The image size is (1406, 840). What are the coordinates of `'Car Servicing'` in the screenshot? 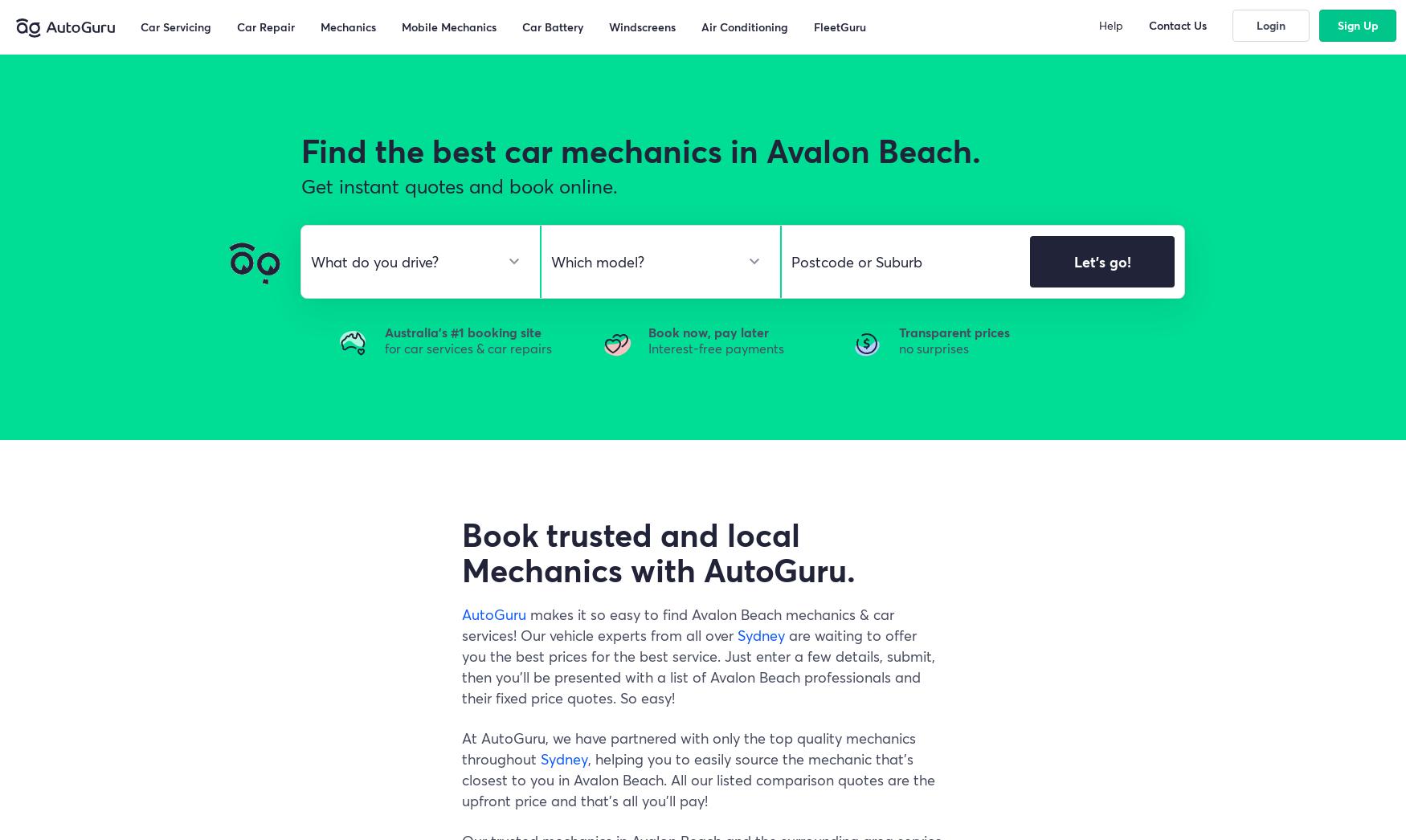 It's located at (175, 25).